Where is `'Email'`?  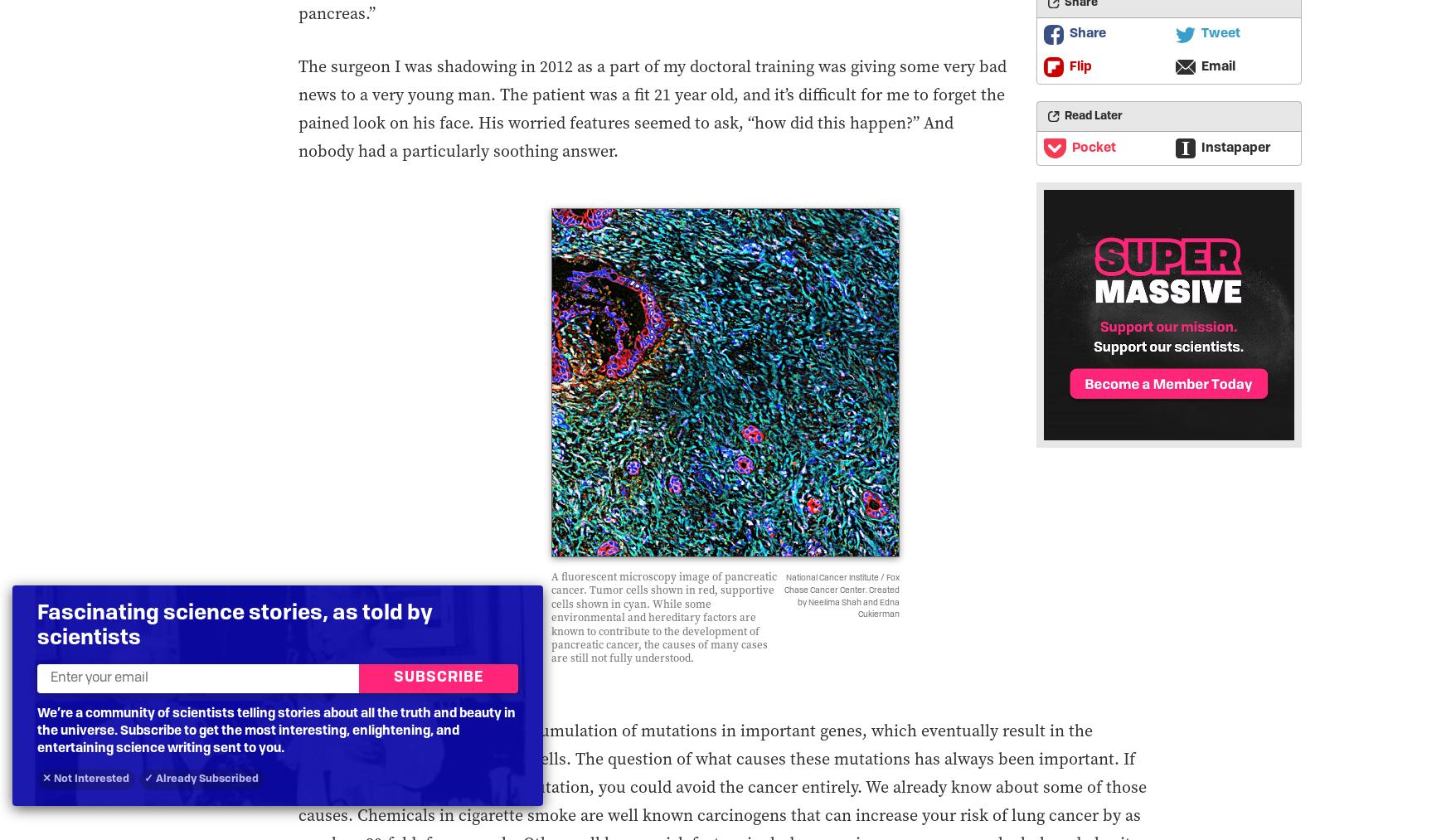 'Email' is located at coordinates (1218, 66).